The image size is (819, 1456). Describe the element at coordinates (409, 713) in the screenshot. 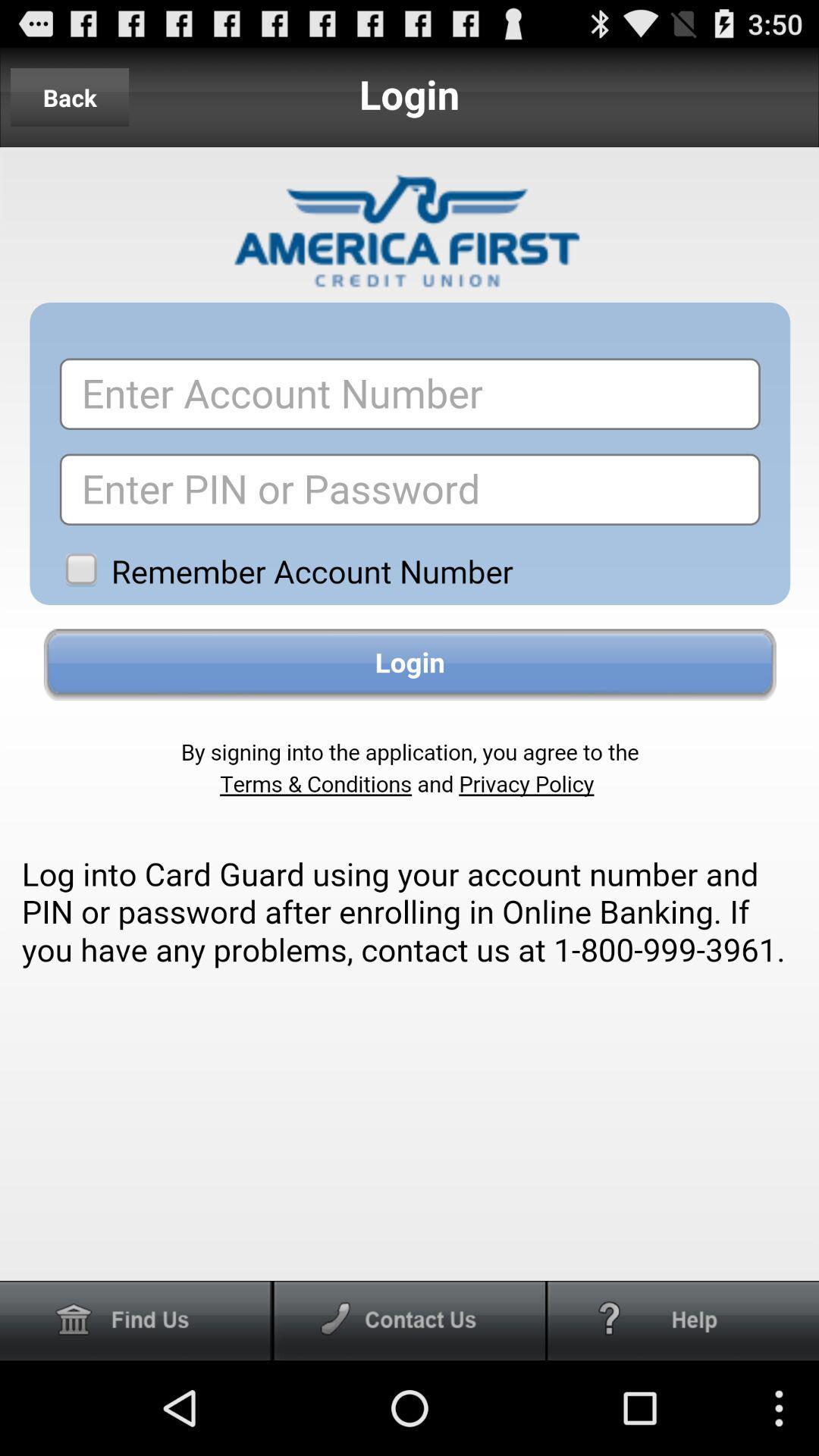

I see `login page` at that location.